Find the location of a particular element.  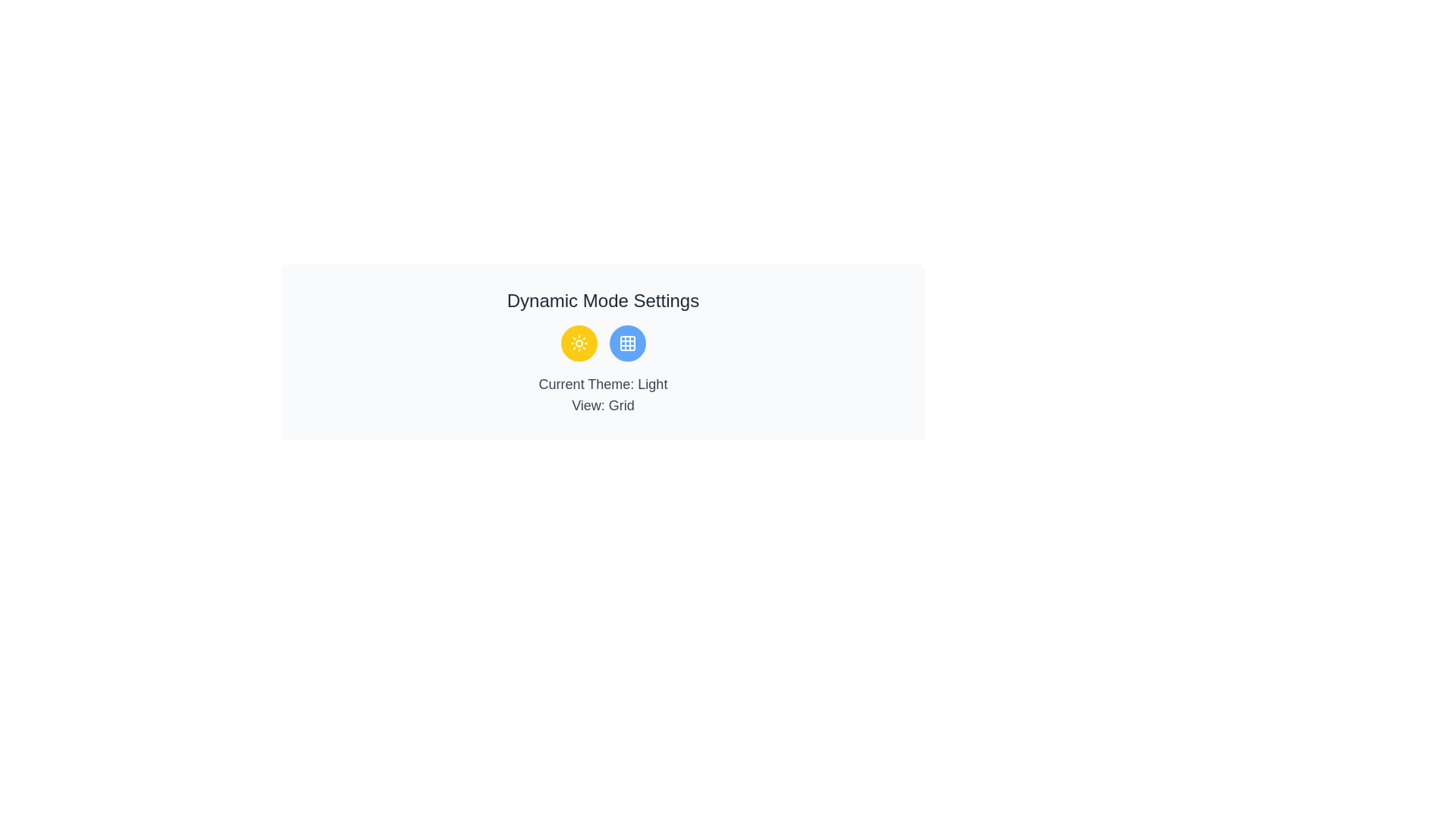

the static text label that displays the current theme ('Light') and view mode ('Grid'), located below the 'Dynamic Mode Settings' header and two round icon buttons is located at coordinates (602, 394).